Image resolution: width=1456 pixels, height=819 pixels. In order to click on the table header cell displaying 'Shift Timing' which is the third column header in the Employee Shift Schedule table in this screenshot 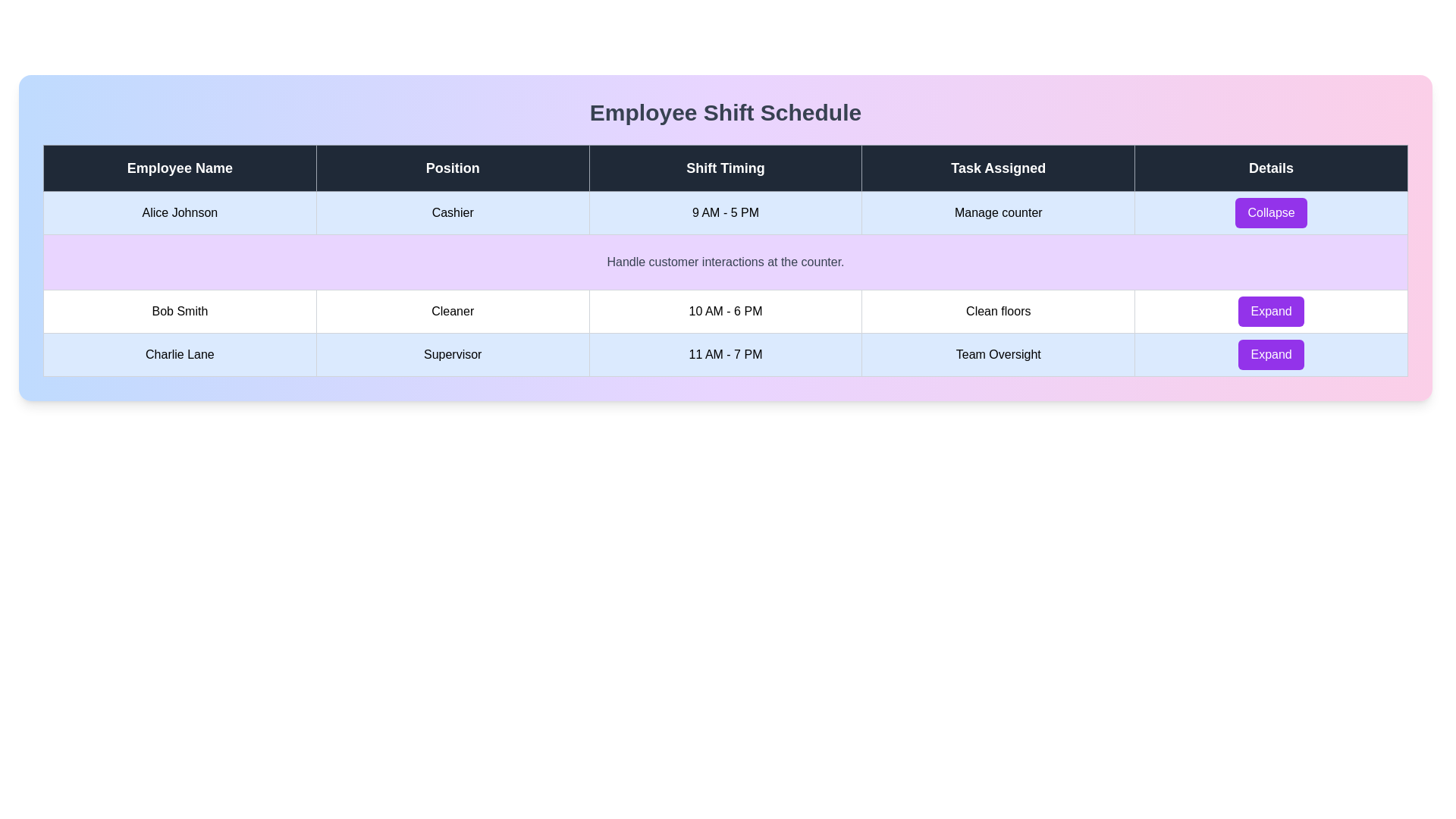, I will do `click(724, 168)`.